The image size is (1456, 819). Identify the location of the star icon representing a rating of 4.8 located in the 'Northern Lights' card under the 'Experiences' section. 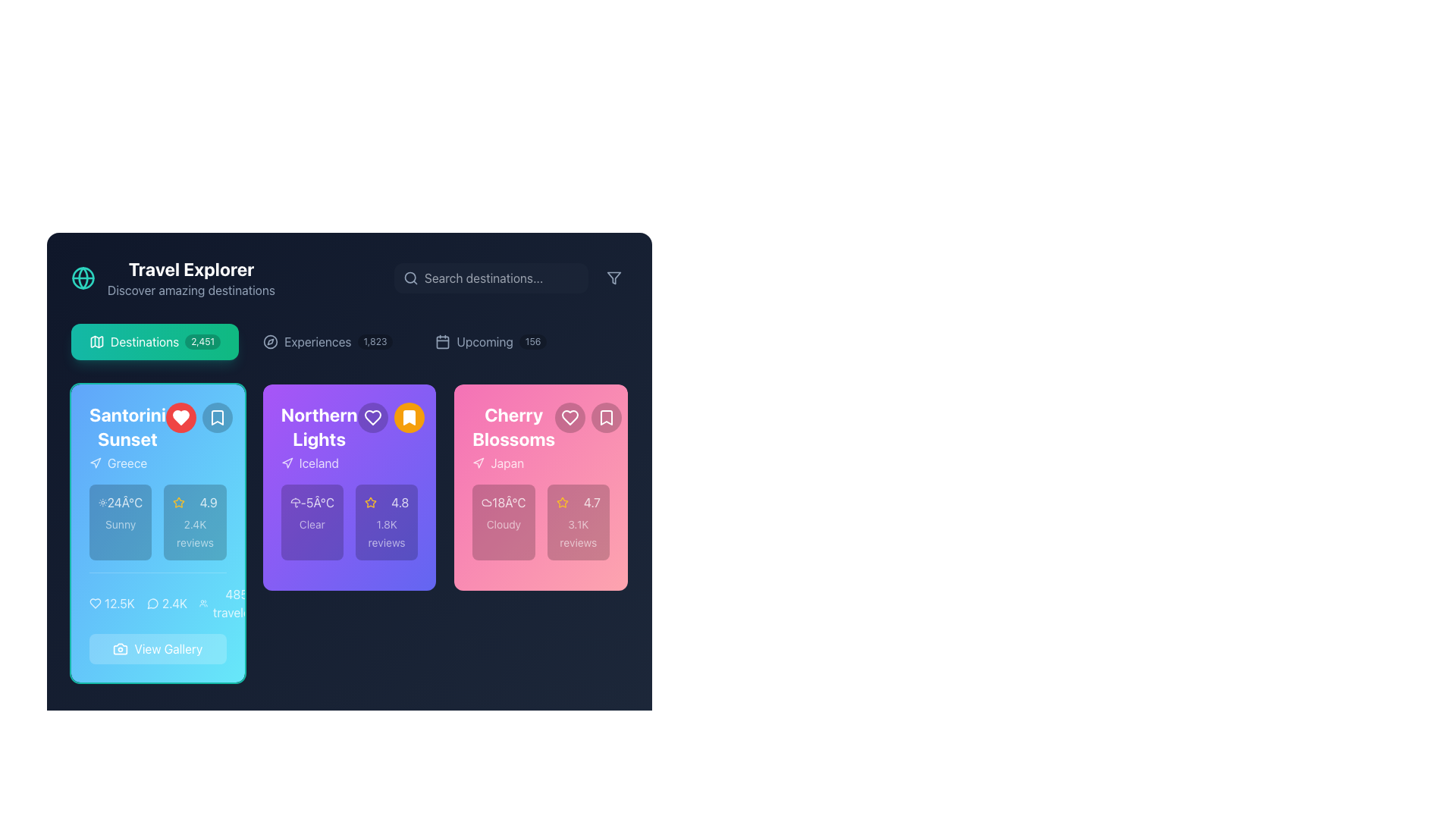
(371, 503).